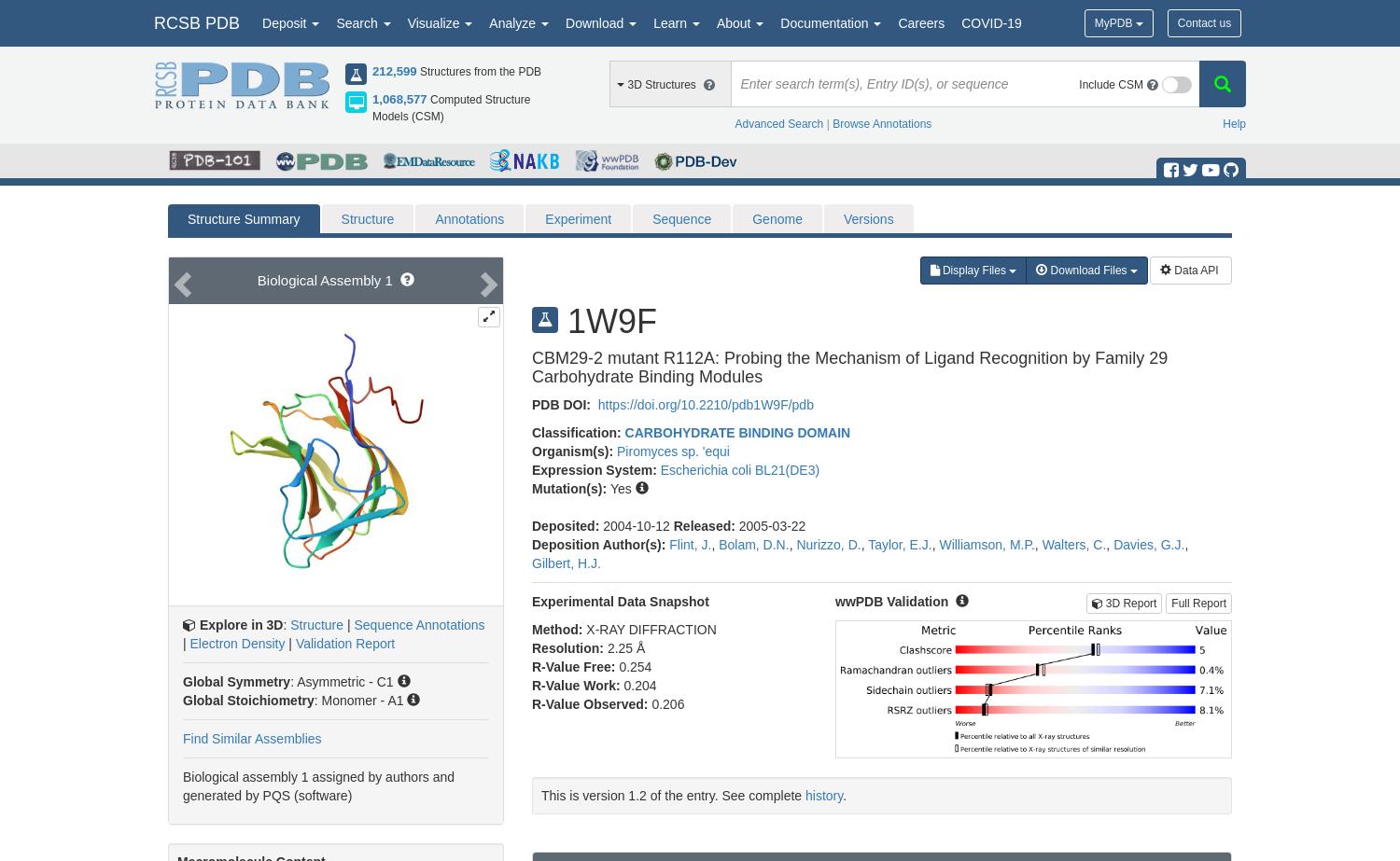 The height and width of the screenshot is (861, 1400). Describe the element at coordinates (577, 684) in the screenshot. I see `'R-Value Work:'` at that location.